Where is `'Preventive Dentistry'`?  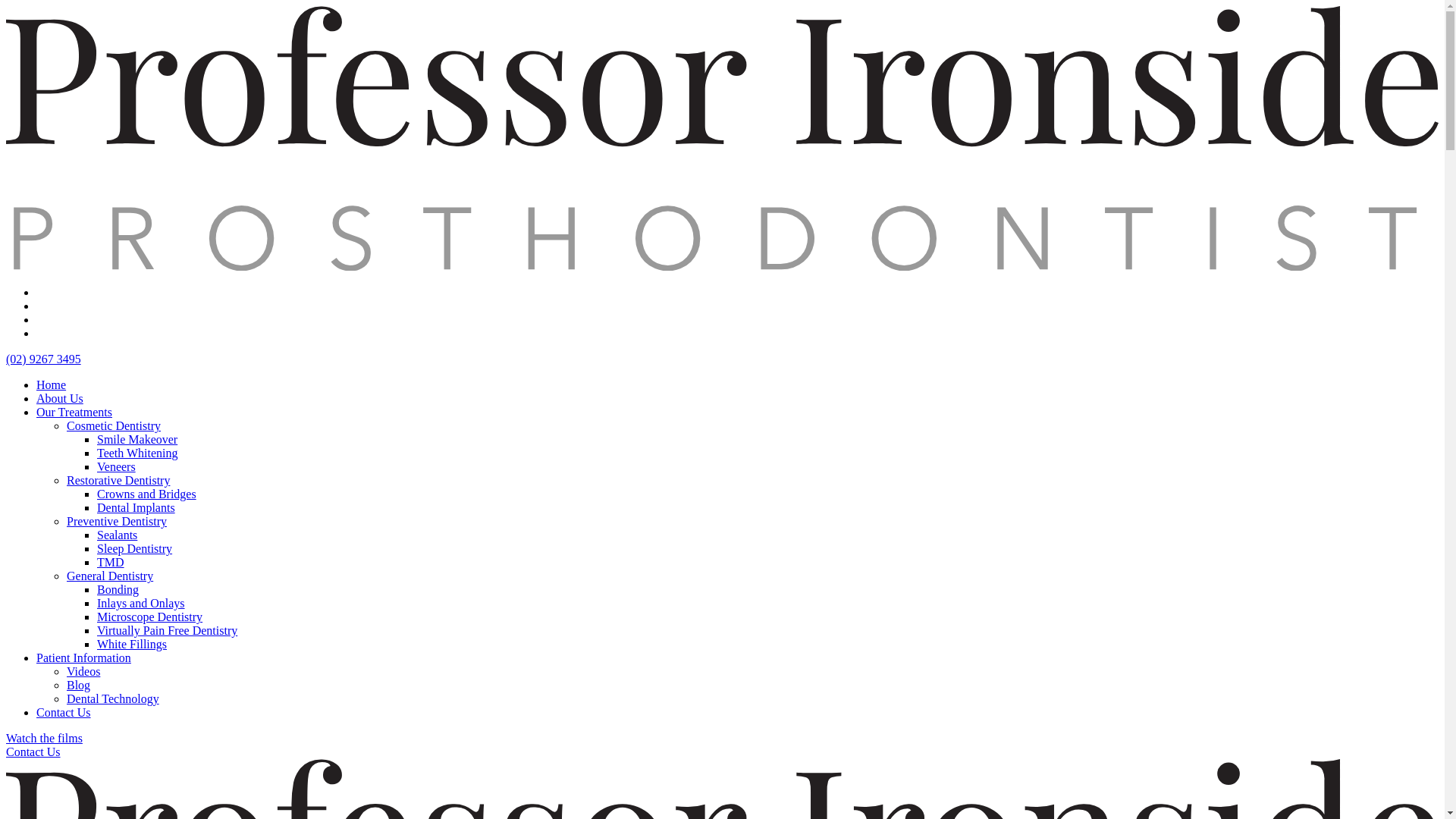 'Preventive Dentistry' is located at coordinates (65, 520).